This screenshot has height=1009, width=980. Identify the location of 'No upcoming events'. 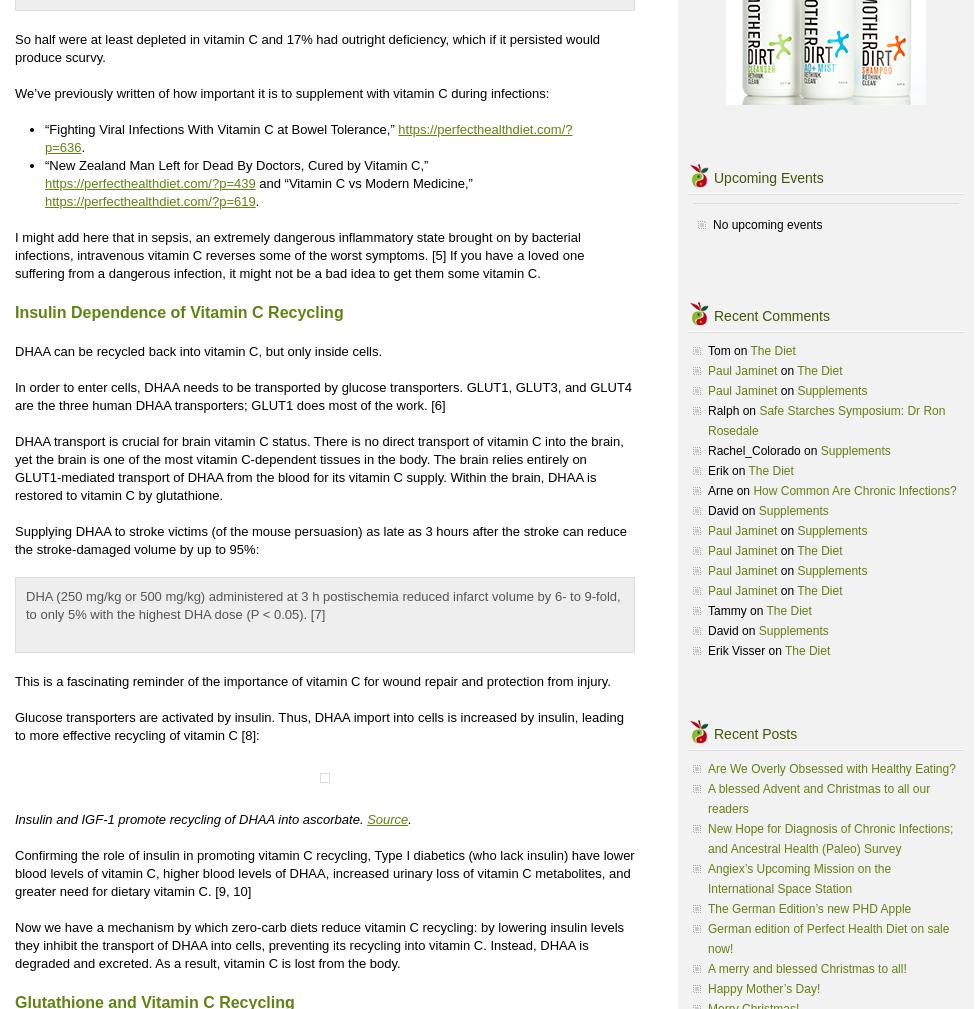
(767, 224).